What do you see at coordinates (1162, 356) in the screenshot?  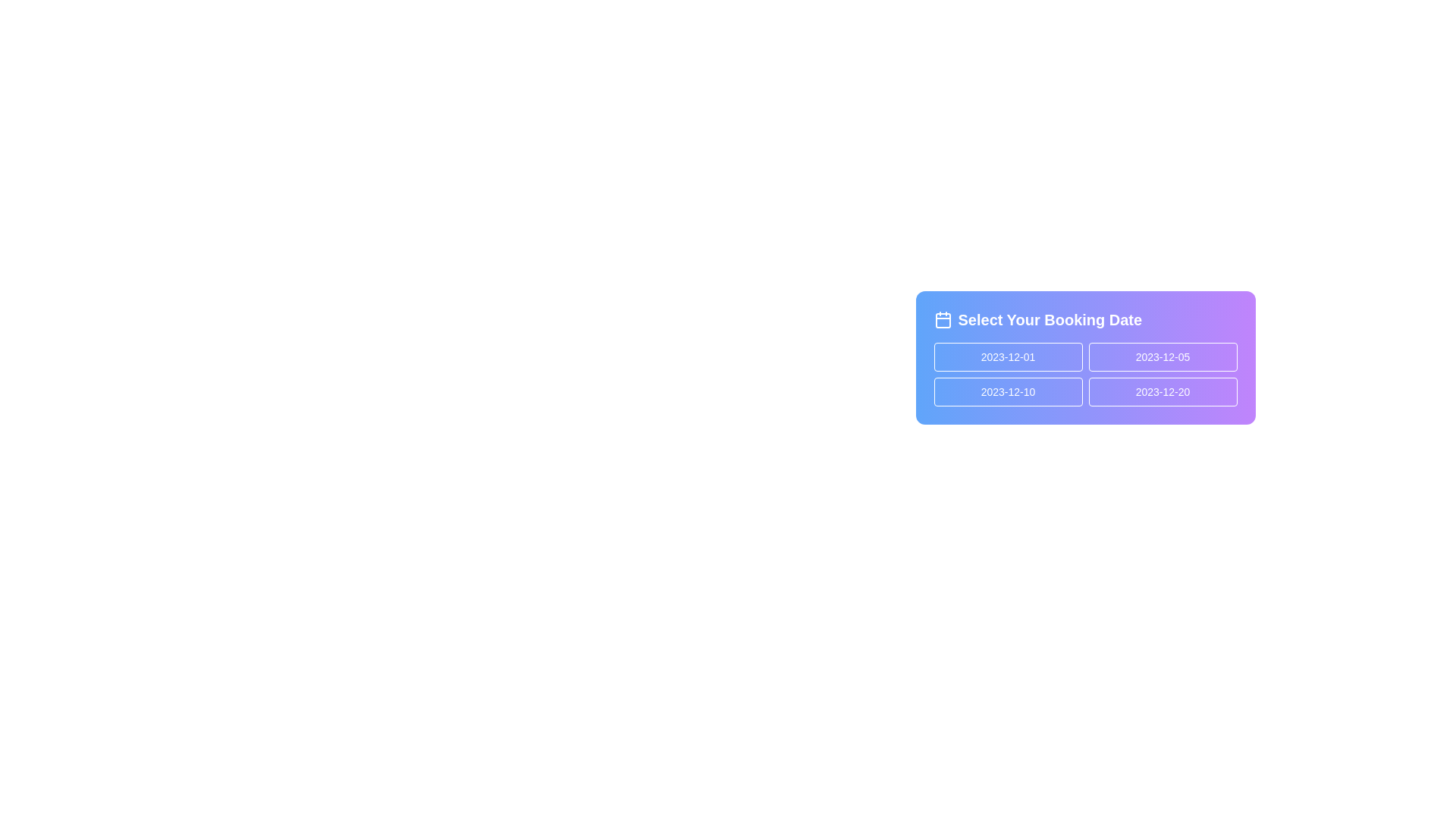 I see `the button used to select the date '2023-12-05'` at bounding box center [1162, 356].